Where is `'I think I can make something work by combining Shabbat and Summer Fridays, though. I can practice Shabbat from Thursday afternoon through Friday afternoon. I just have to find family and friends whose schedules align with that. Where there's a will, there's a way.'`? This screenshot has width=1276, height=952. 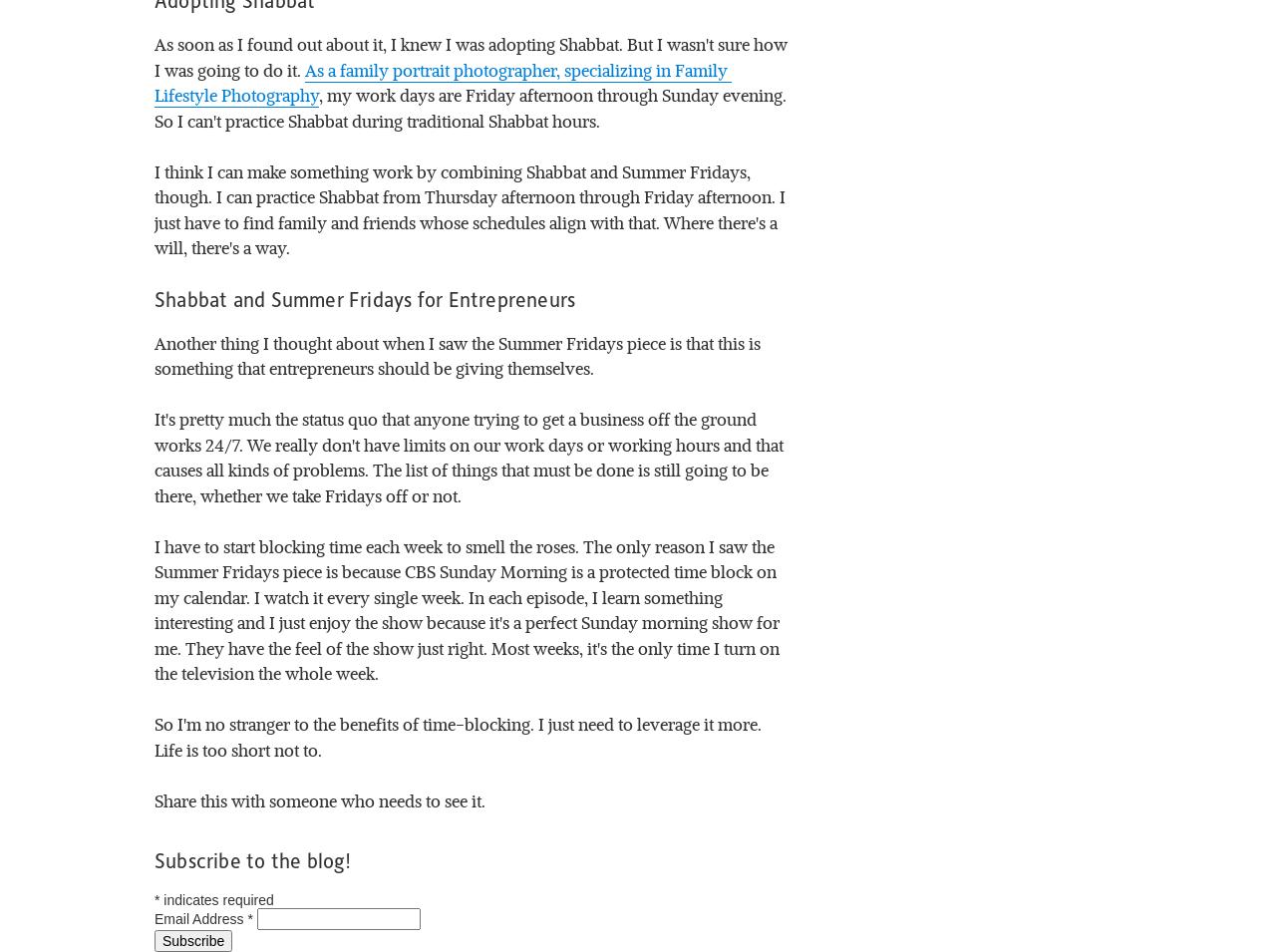
'I think I can make something work by combining Shabbat and Summer Fridays, though. I can practice Shabbat from Thursday afternoon through Friday afternoon. I just have to find family and friends whose schedules align with that. Where there's a will, there's a way.' is located at coordinates (471, 209).